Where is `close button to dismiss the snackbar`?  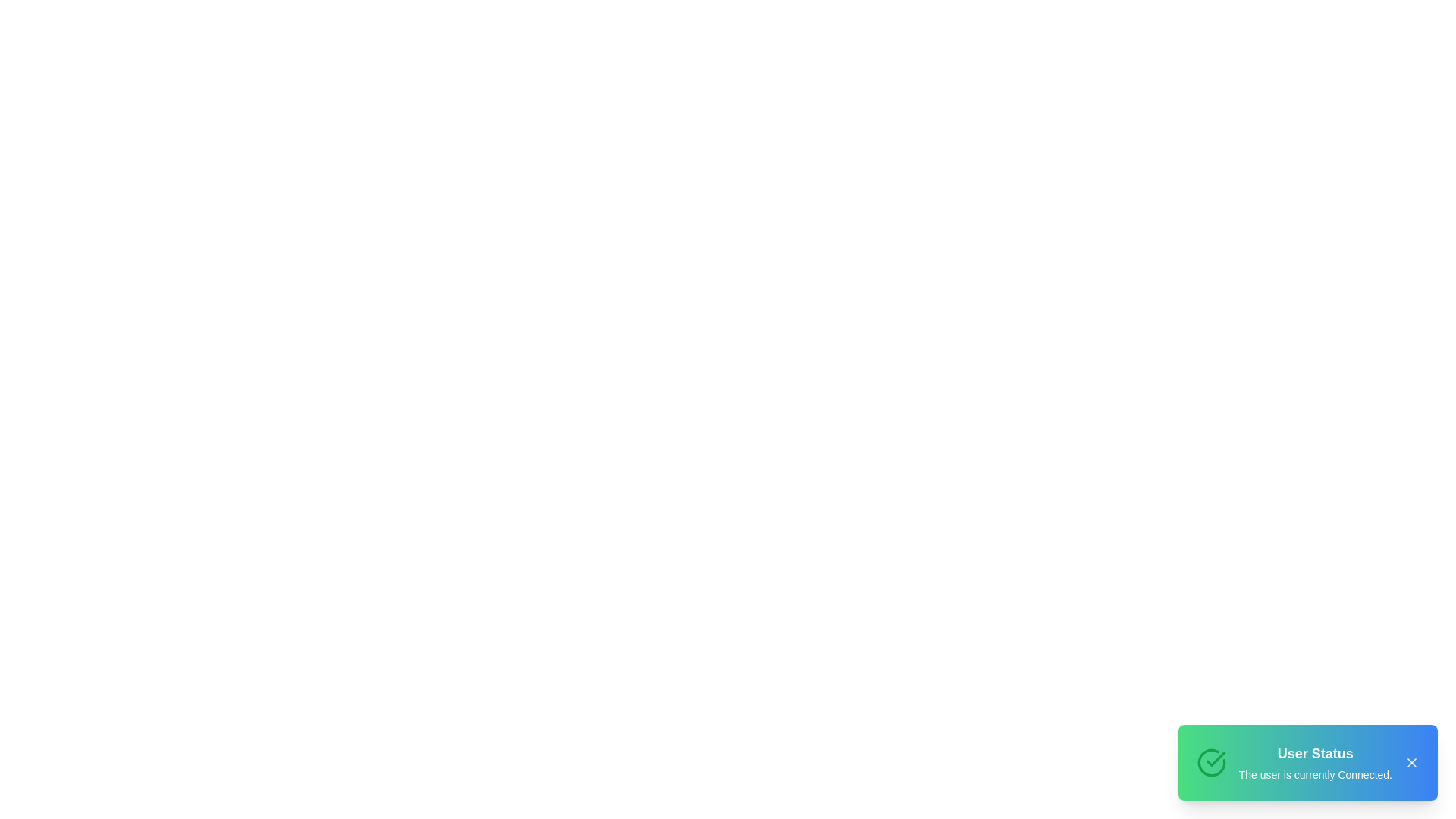 close button to dismiss the snackbar is located at coordinates (1411, 763).